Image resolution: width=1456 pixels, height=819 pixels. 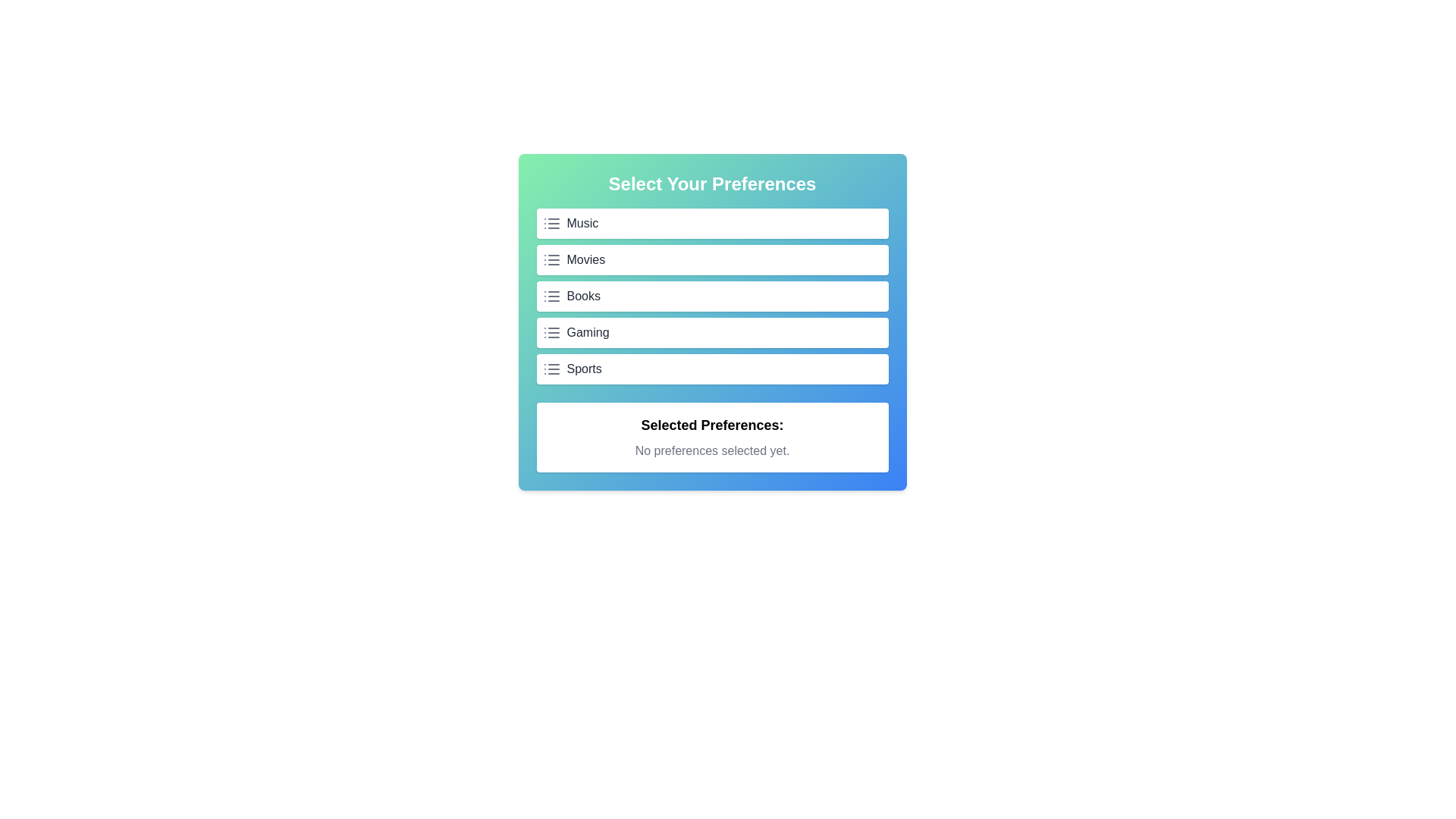 I want to click on the decorative 'Books' icon located to the left of the 'Books' text in the third row from the top, so click(x=551, y=296).